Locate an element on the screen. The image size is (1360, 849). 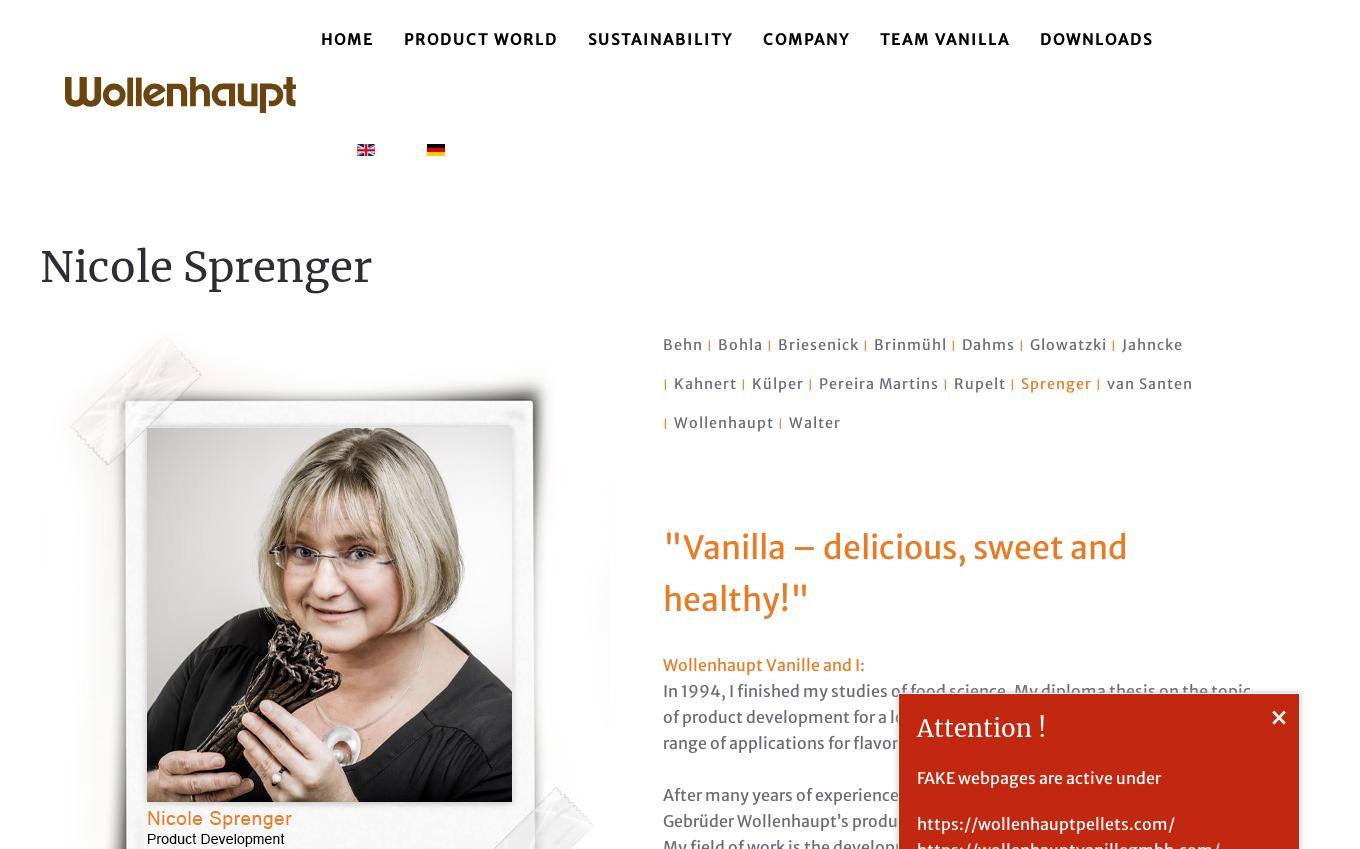
'van Santen' is located at coordinates (1149, 383).